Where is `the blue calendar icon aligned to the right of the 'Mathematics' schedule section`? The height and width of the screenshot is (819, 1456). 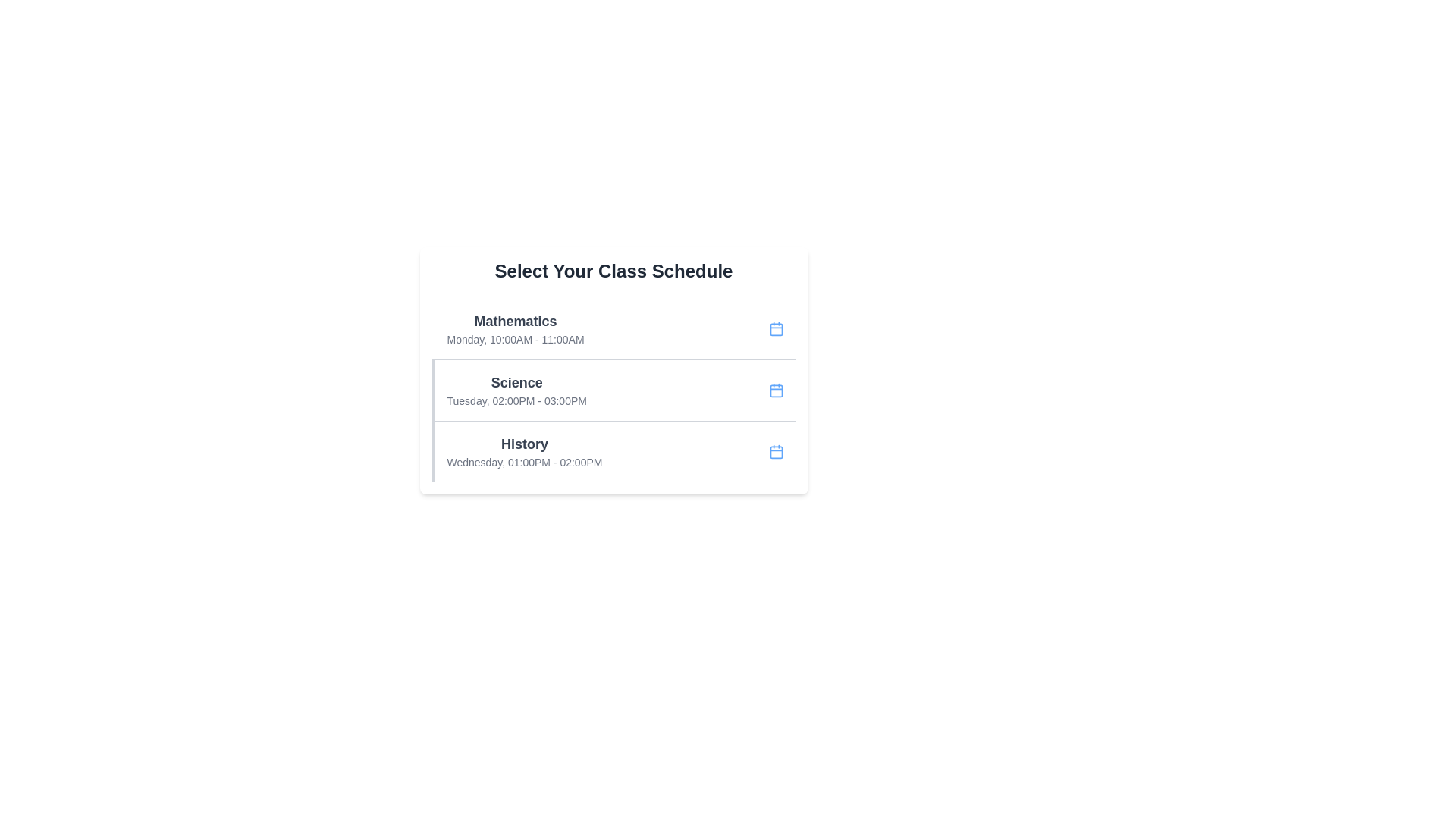 the blue calendar icon aligned to the right of the 'Mathematics' schedule section is located at coordinates (776, 328).